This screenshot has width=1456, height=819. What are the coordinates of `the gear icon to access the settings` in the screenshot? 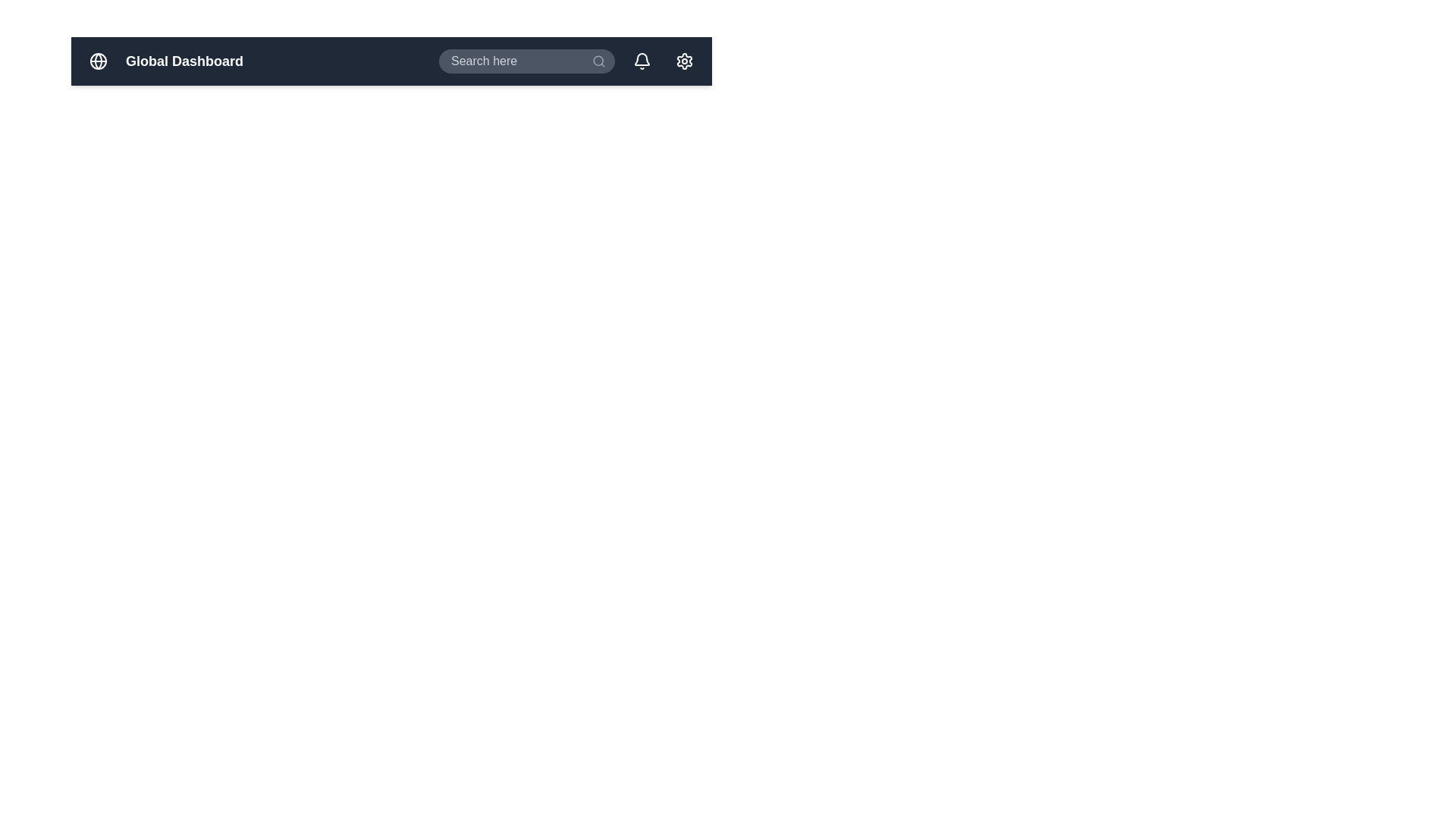 It's located at (683, 61).